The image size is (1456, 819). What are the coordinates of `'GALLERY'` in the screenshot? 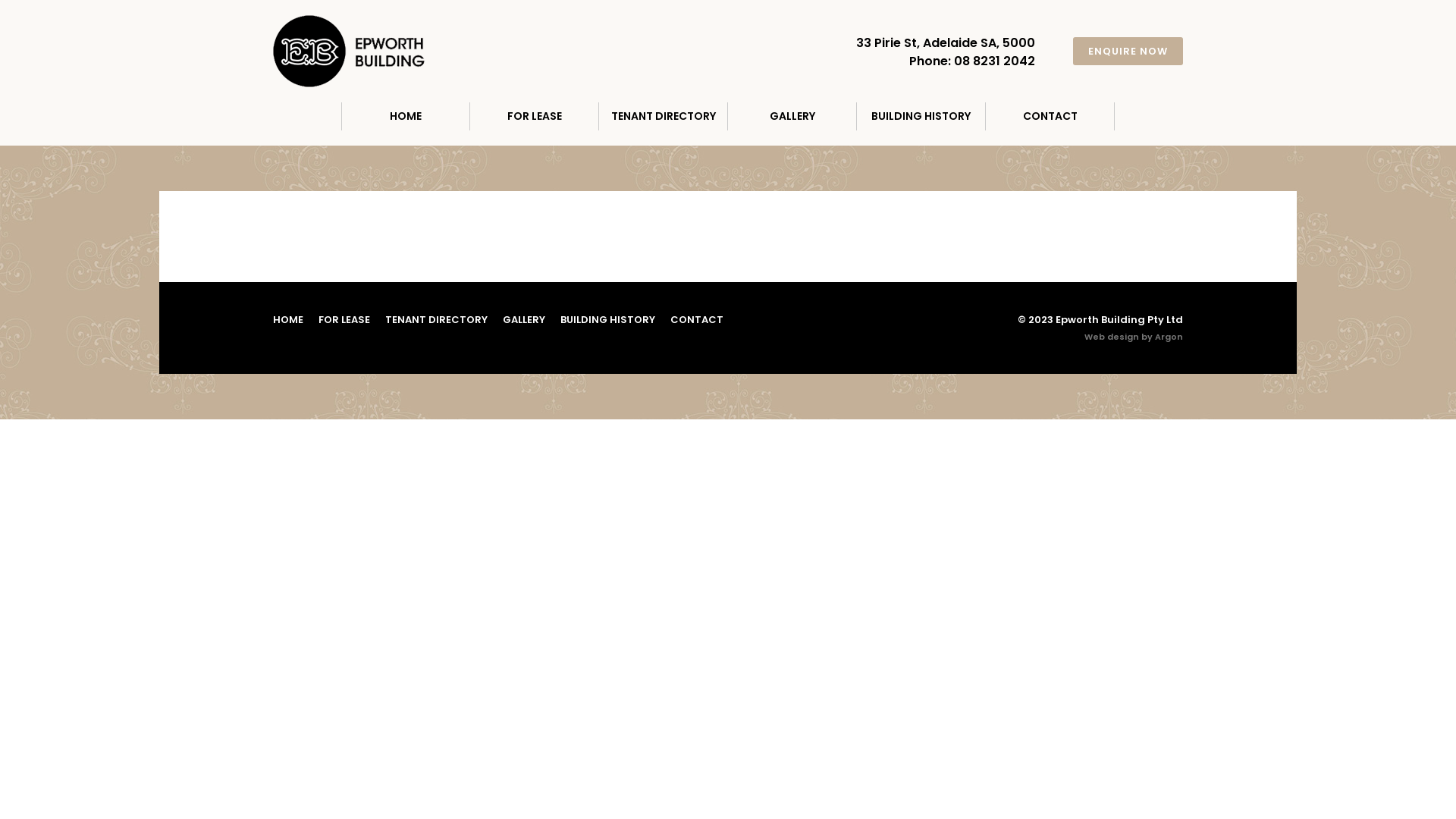 It's located at (502, 318).